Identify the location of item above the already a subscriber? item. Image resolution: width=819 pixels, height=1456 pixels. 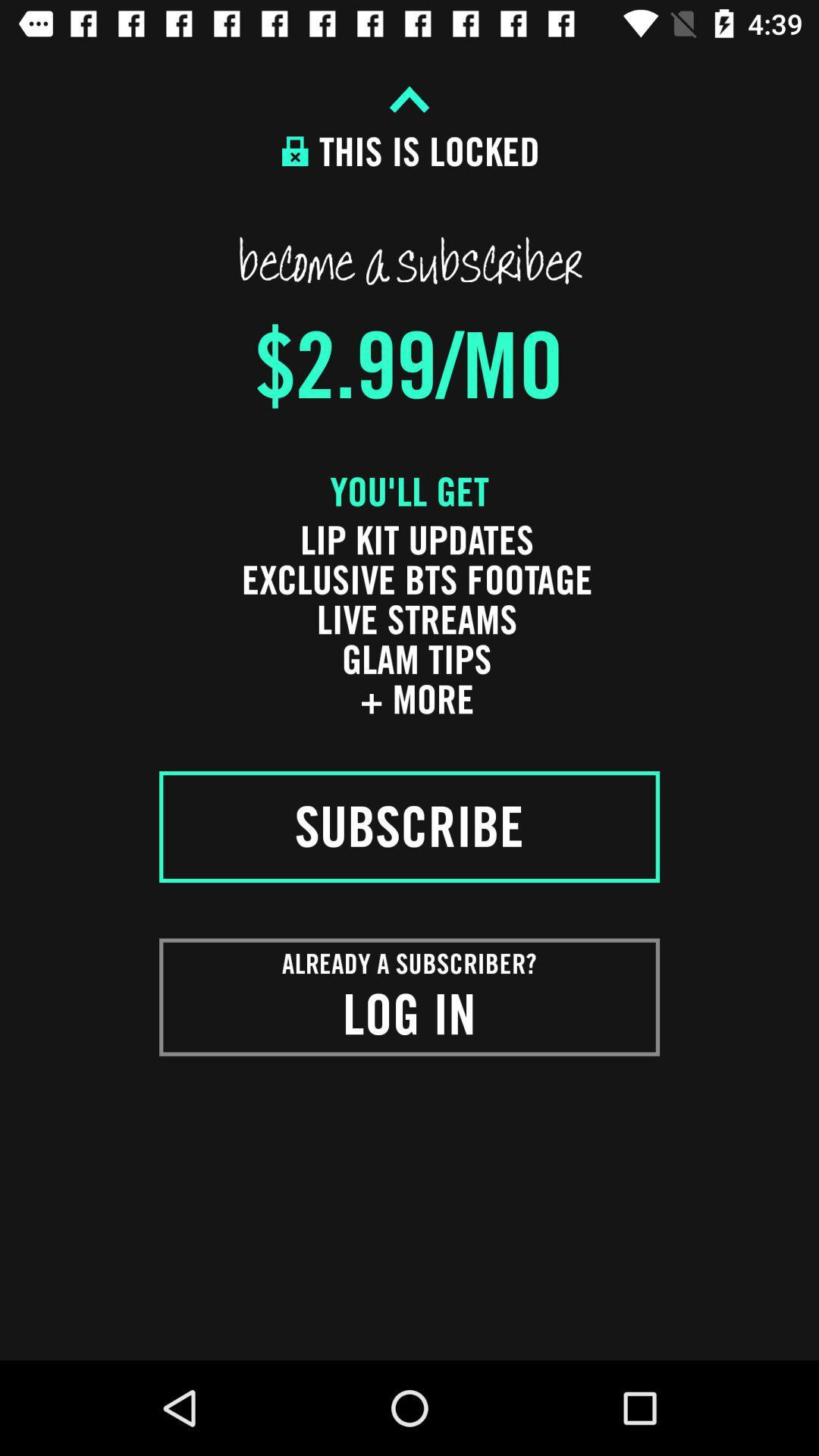
(409, 826).